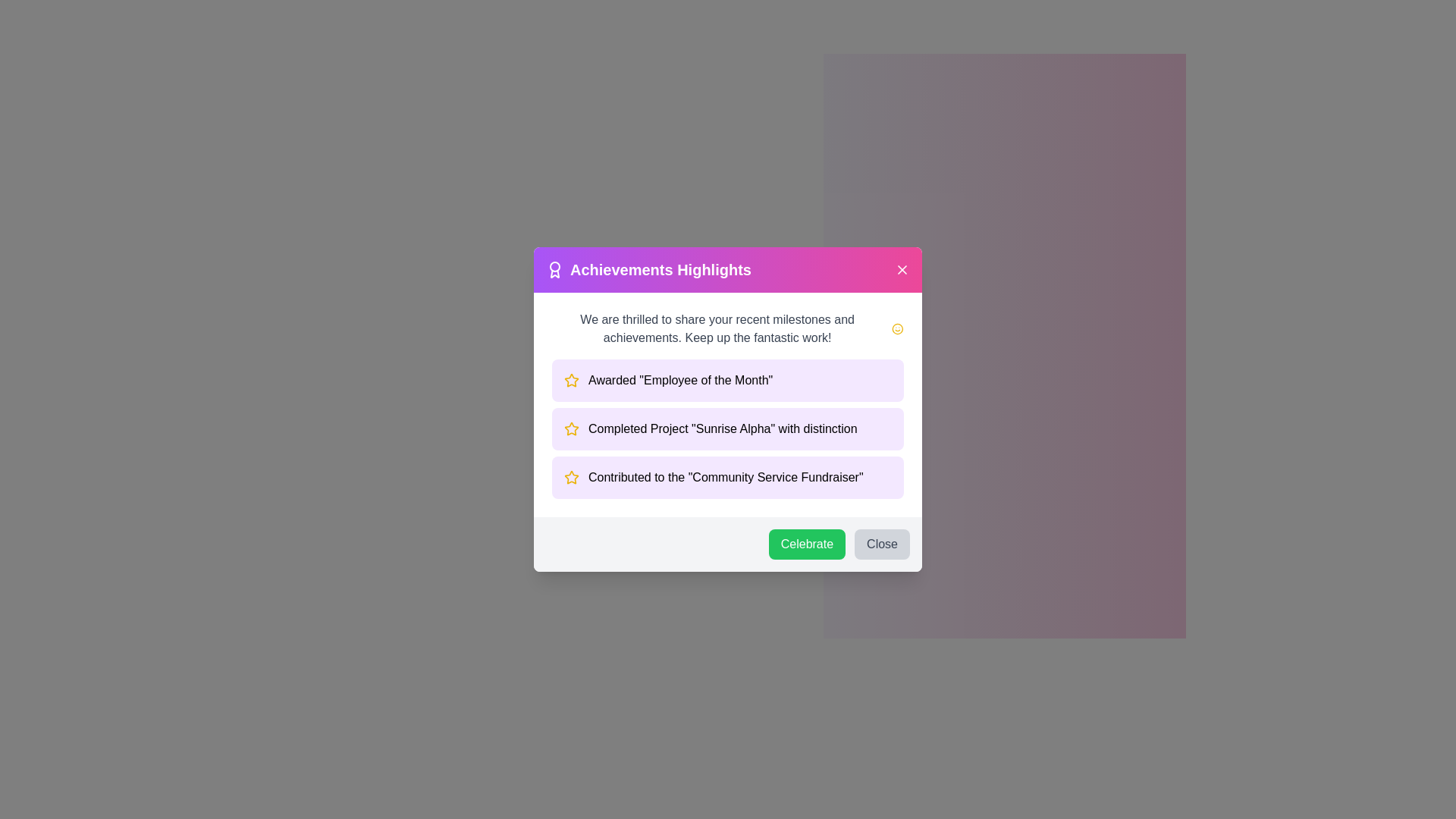  What do you see at coordinates (728, 268) in the screenshot?
I see `the modal title by clicking on the Header bar located at the top of the modal window` at bounding box center [728, 268].